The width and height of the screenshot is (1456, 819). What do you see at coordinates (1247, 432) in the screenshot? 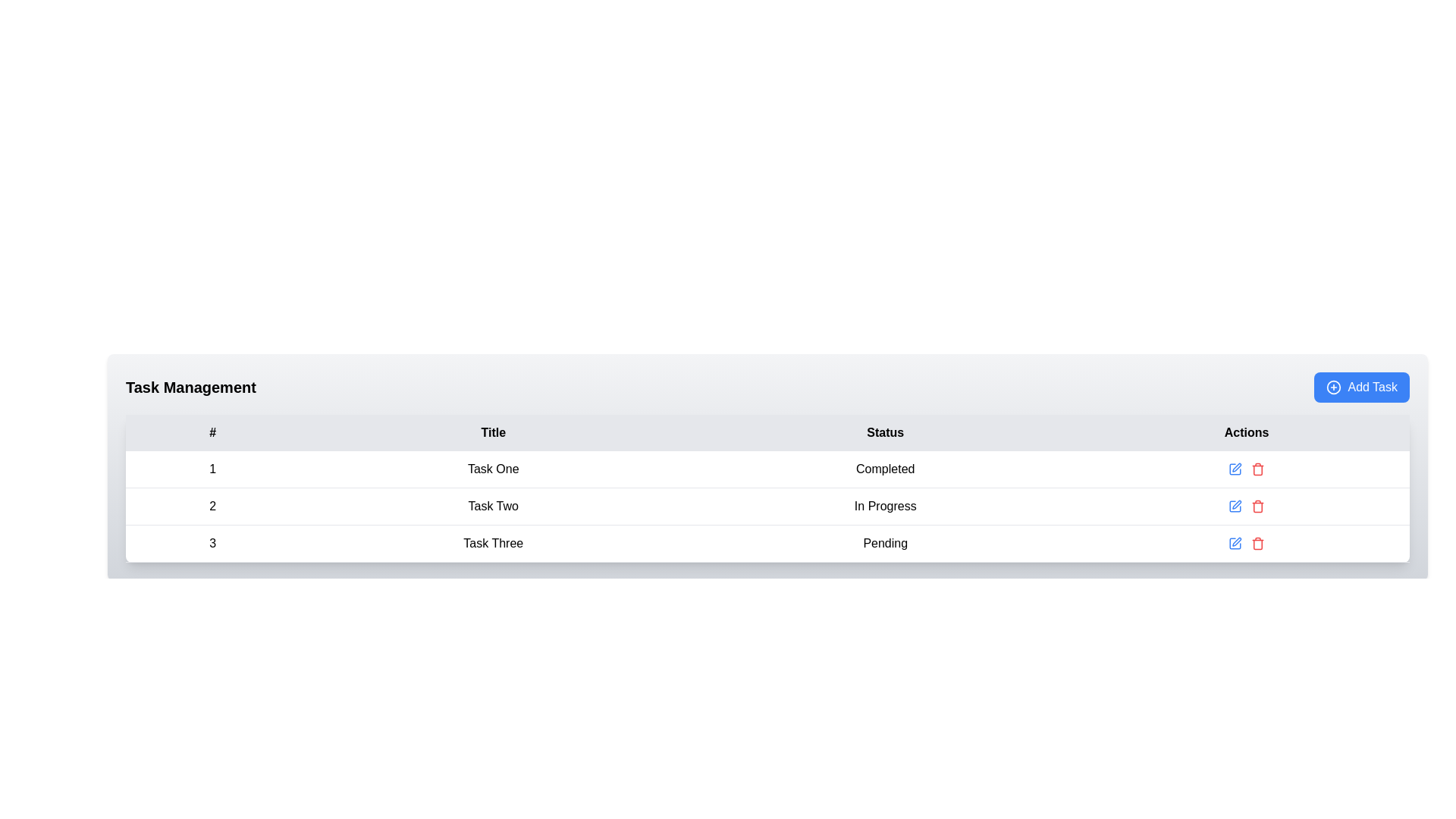
I see `the header Text label located in the rightmost column of the table structure, which follows the headers labeled '#', 'Title', and 'Status'` at bounding box center [1247, 432].